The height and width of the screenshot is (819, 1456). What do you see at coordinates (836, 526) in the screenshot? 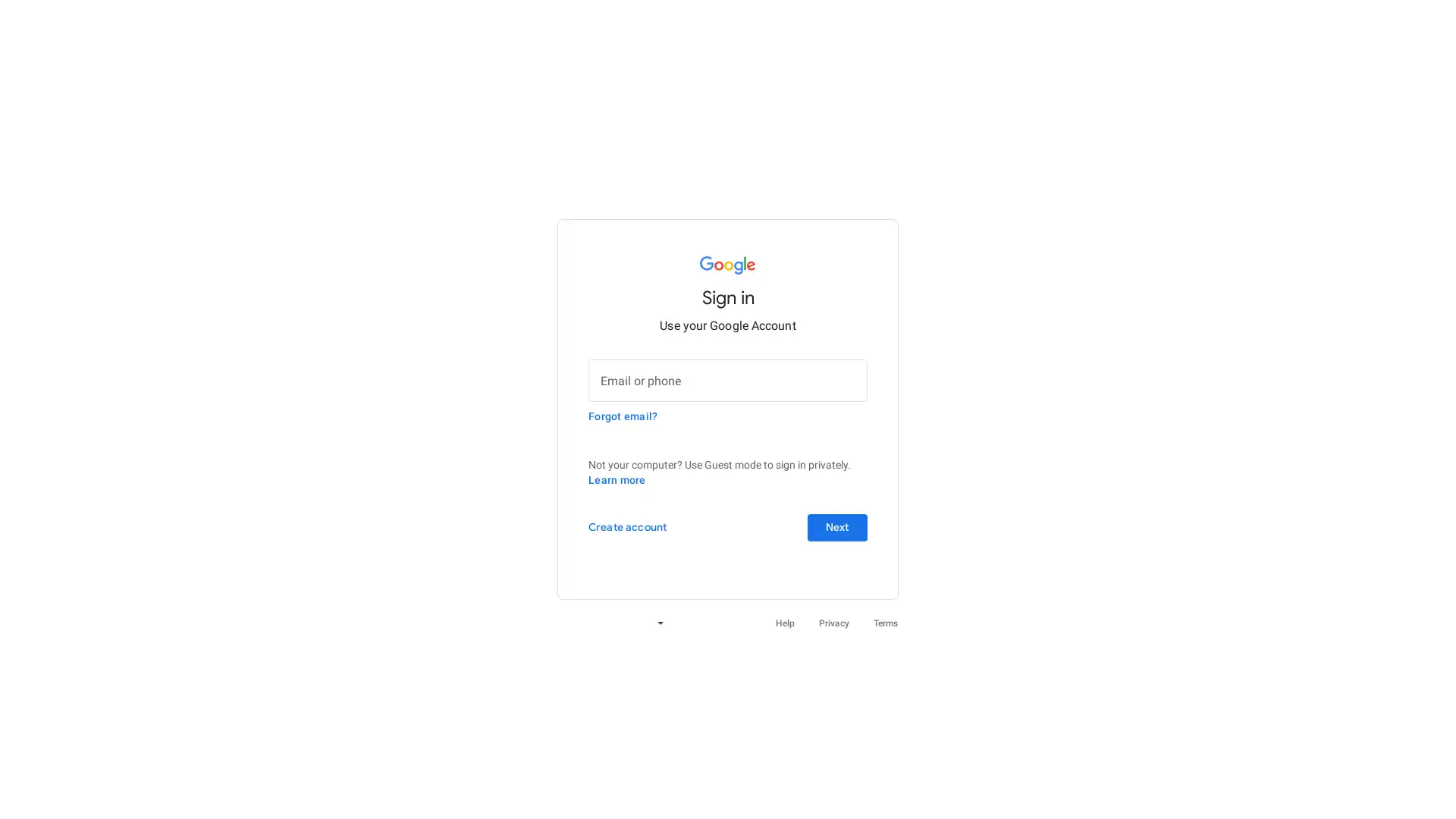
I see `Next` at bounding box center [836, 526].